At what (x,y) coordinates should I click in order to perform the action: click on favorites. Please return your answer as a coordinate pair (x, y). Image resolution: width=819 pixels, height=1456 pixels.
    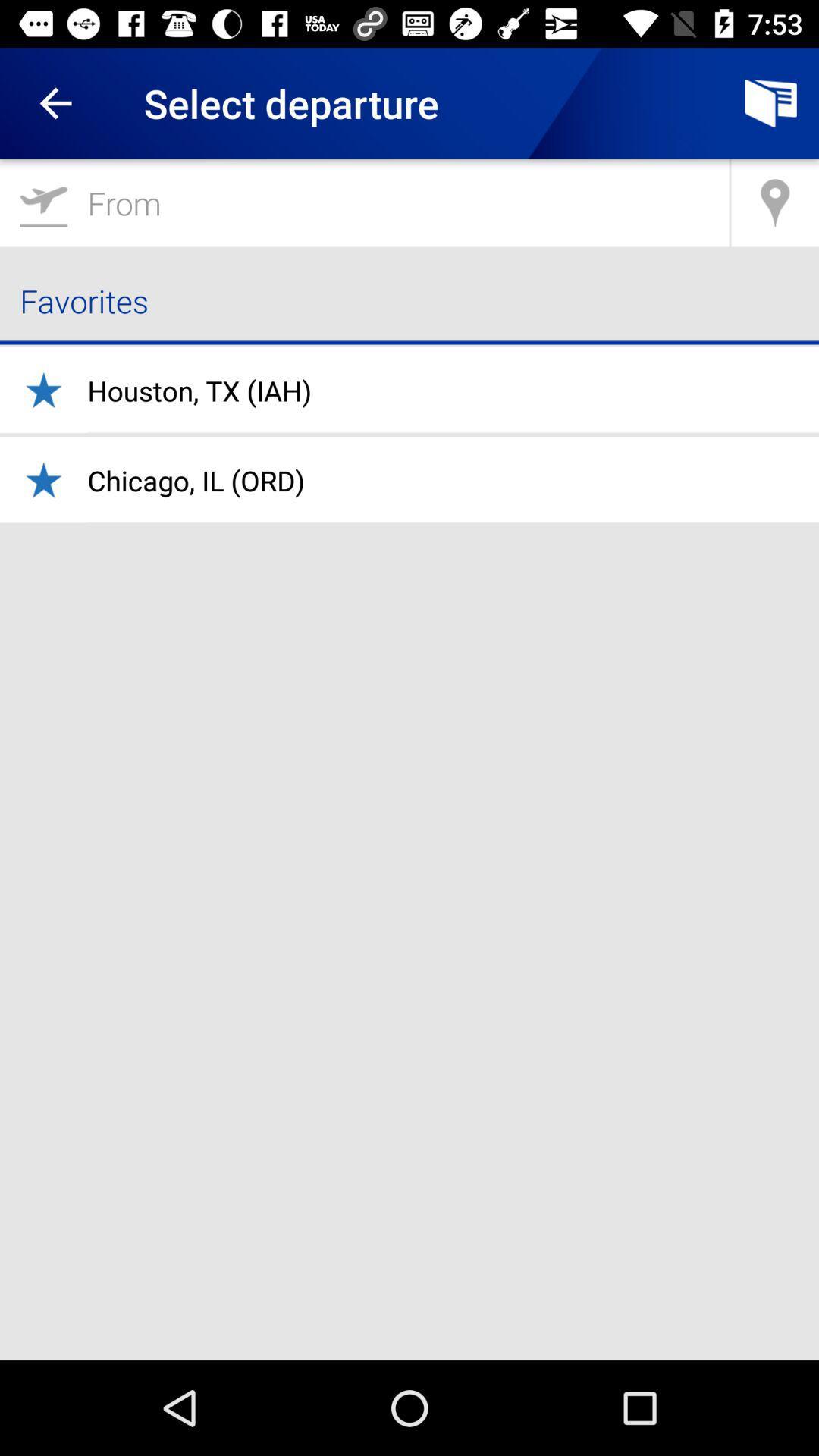
    Looking at the image, I should click on (409, 300).